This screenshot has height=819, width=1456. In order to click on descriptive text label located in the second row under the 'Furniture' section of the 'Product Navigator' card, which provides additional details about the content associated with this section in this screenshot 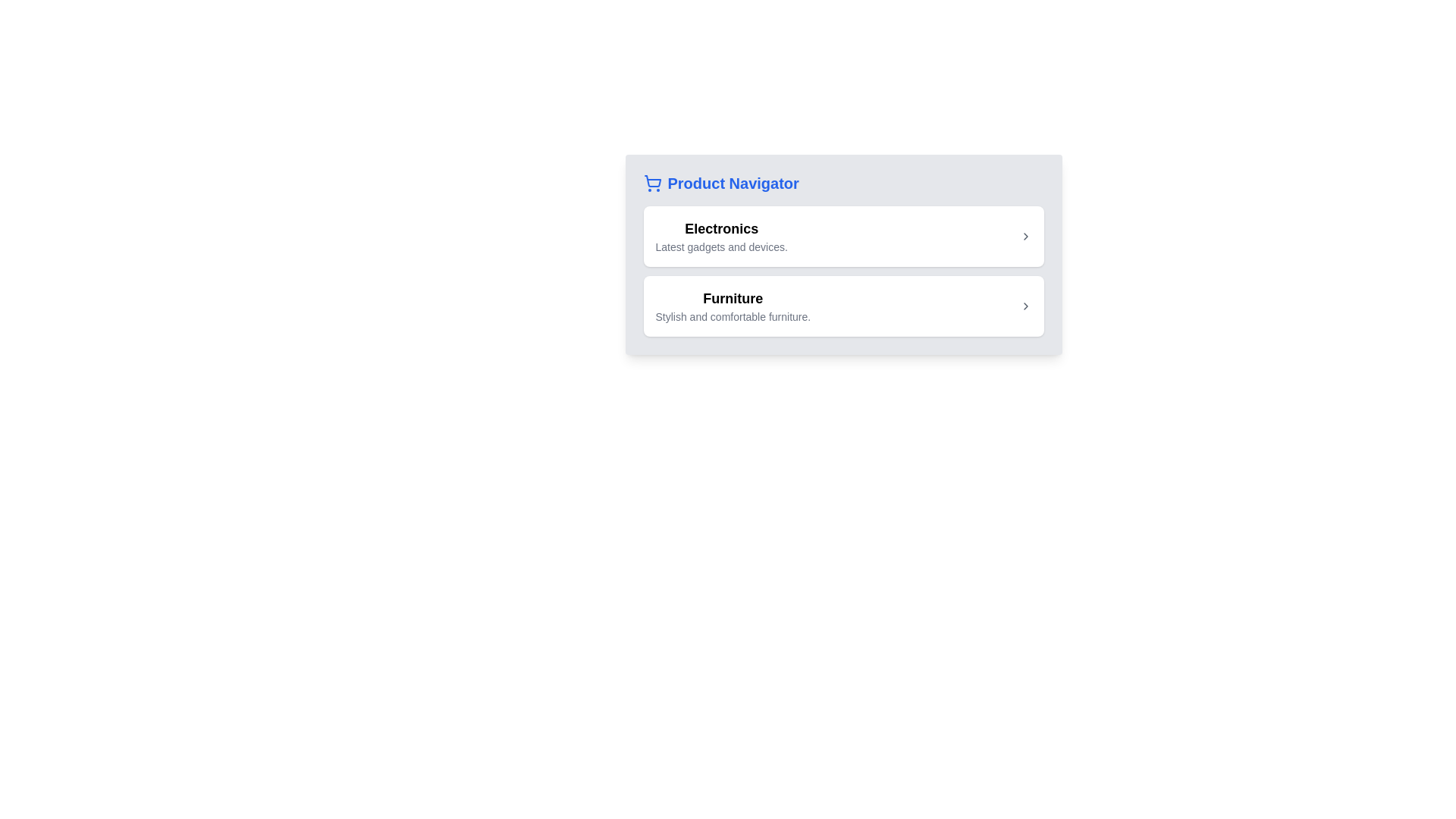, I will do `click(733, 315)`.